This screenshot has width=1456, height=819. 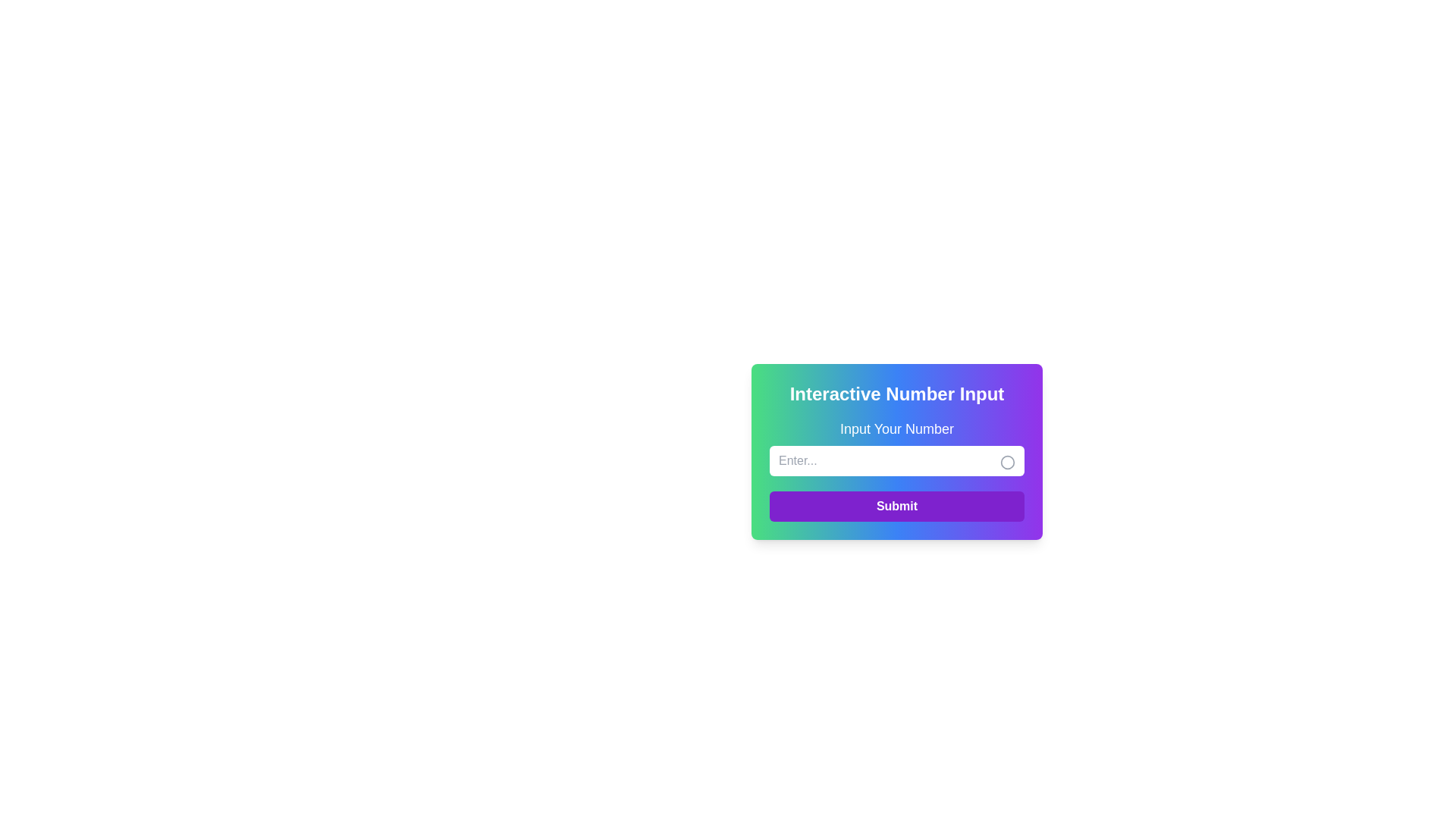 What do you see at coordinates (896, 394) in the screenshot?
I see `the static text displaying 'Interactive Number Input', which is styled in white, bold, and a large font size, centered within a vibrant gradient background from green to purple` at bounding box center [896, 394].